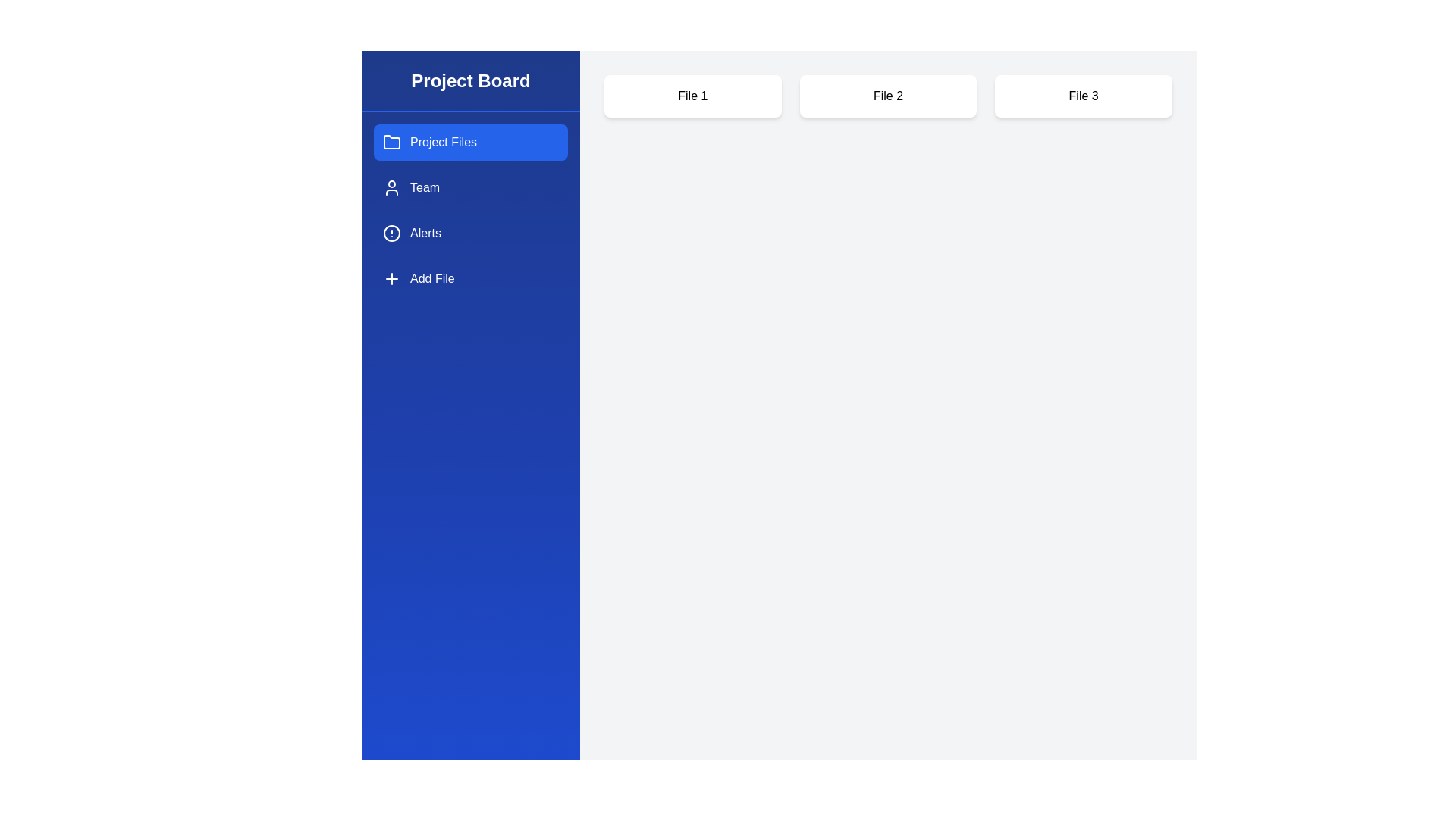 The width and height of the screenshot is (1456, 819). What do you see at coordinates (469, 187) in the screenshot?
I see `the navigation button in the left sidebar that leads to Team management or overview, which is located second below 'Project Files' and above 'Alerts'` at bounding box center [469, 187].